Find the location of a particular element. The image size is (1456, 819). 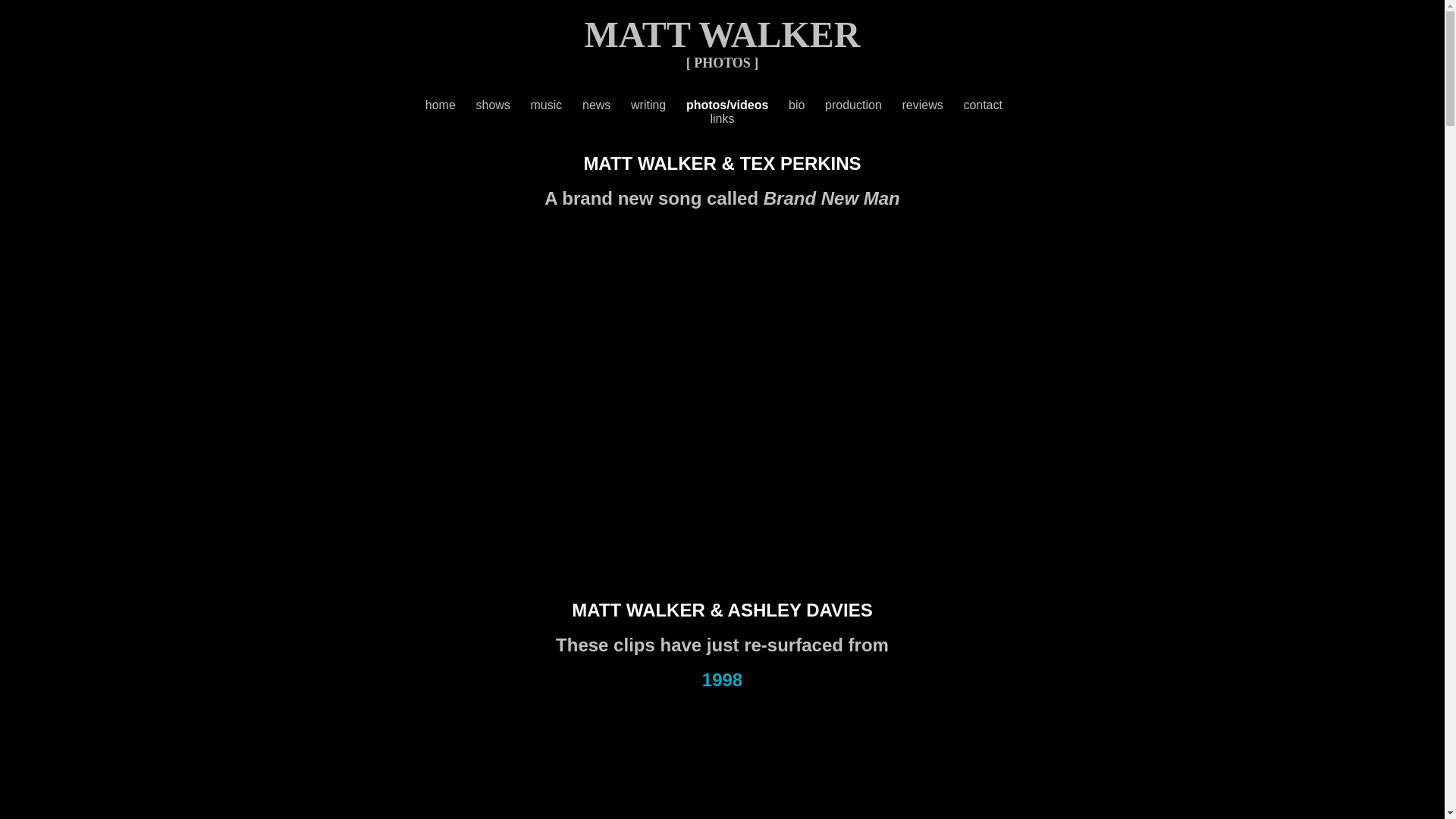

'music     ' is located at coordinates (556, 104).